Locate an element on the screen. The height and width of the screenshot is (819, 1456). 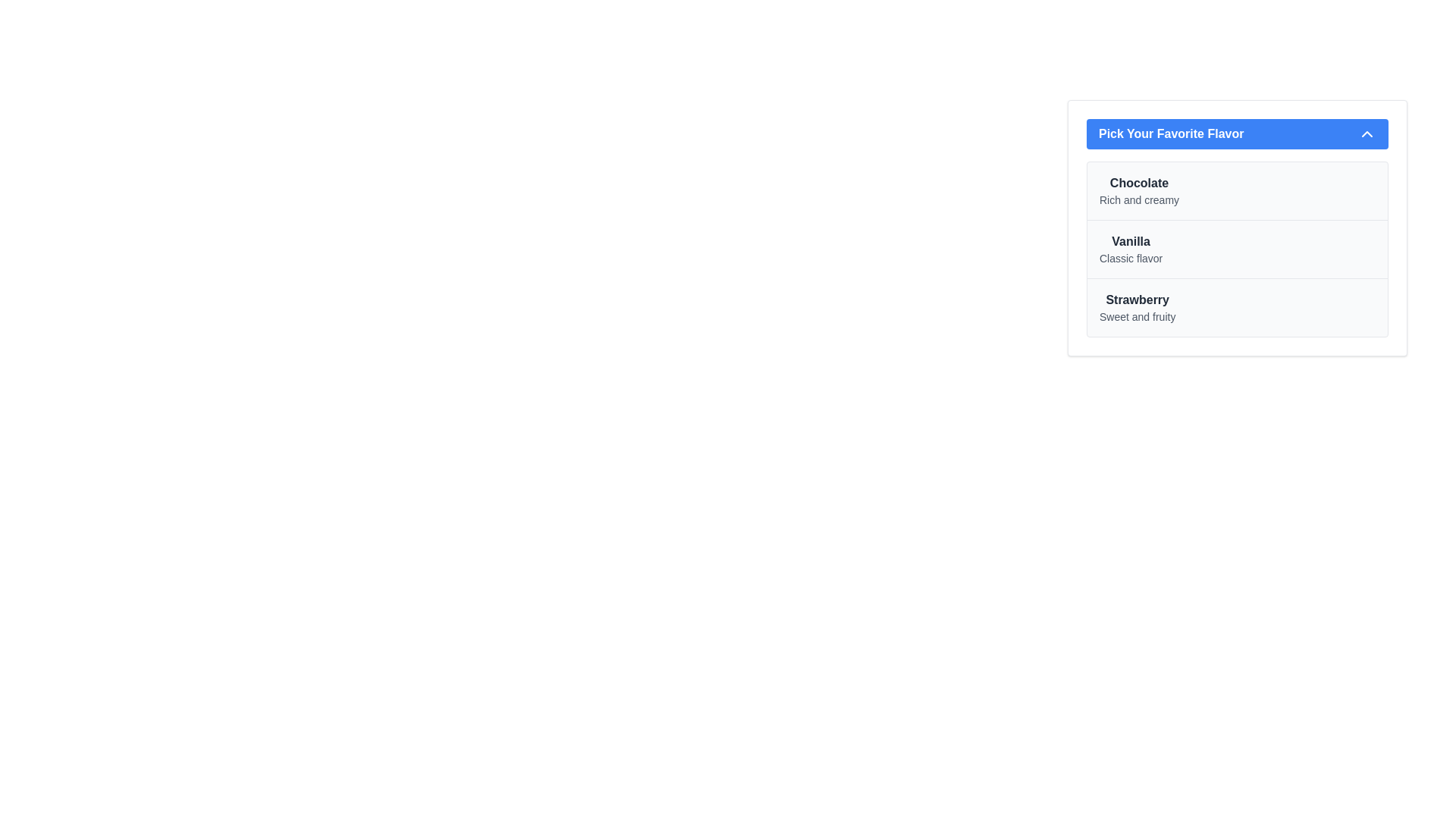
the text label displaying 'Classic flavor', which is styled in gray and positioned below the 'Vanilla' heading in the flavor options list is located at coordinates (1131, 257).